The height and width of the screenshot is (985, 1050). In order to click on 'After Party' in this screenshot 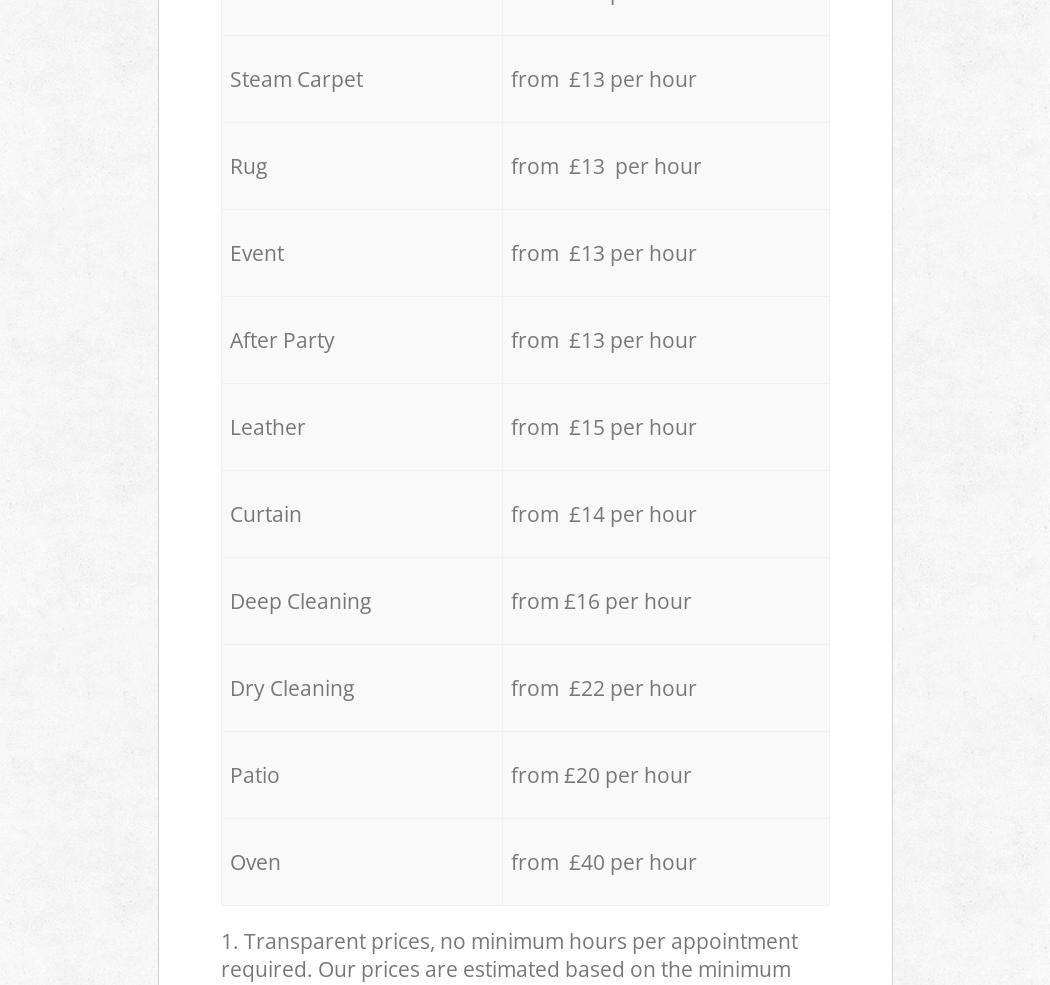, I will do `click(280, 339)`.